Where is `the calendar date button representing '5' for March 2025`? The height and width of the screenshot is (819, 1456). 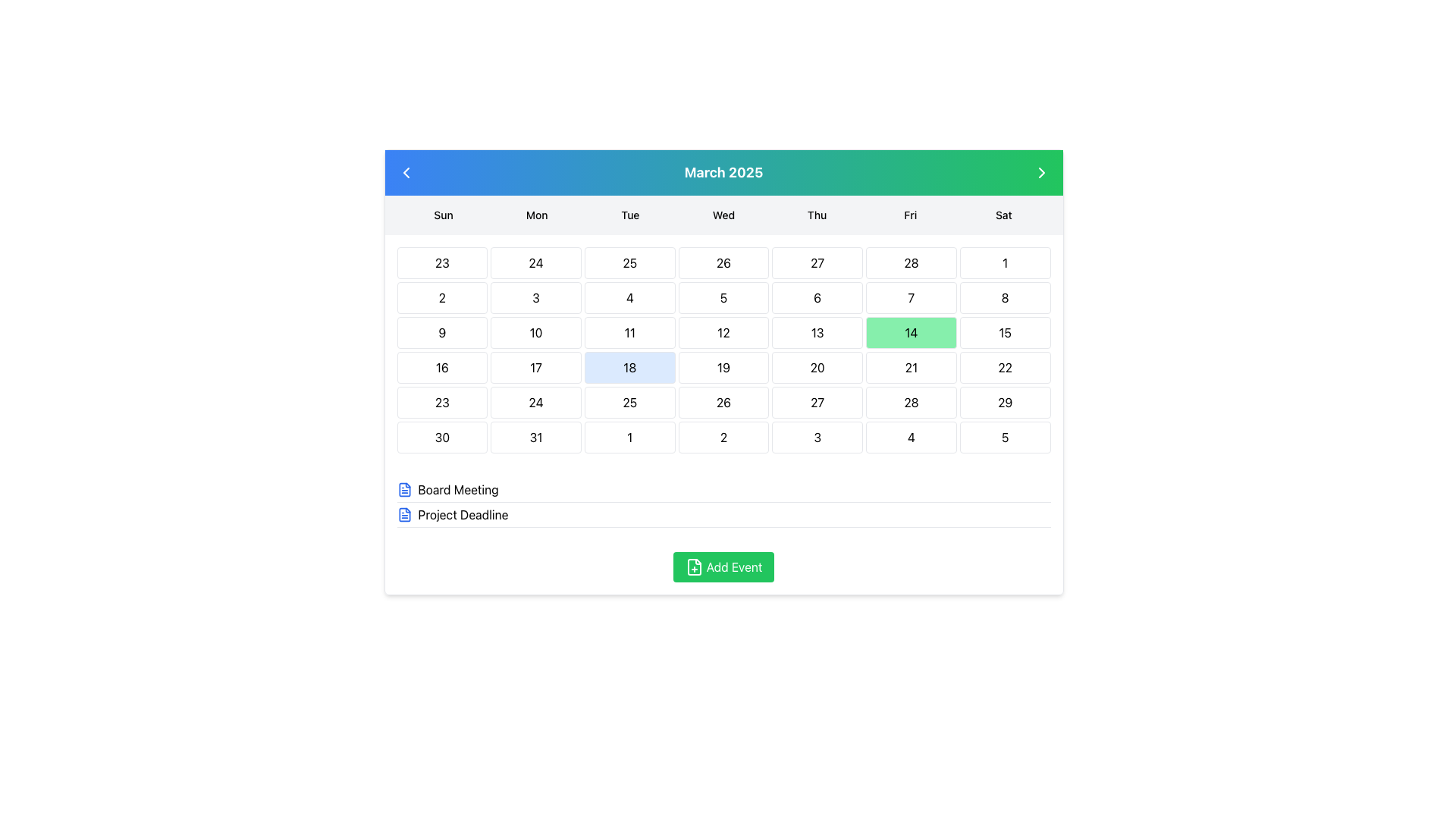 the calendar date button representing '5' for March 2025 is located at coordinates (1005, 438).